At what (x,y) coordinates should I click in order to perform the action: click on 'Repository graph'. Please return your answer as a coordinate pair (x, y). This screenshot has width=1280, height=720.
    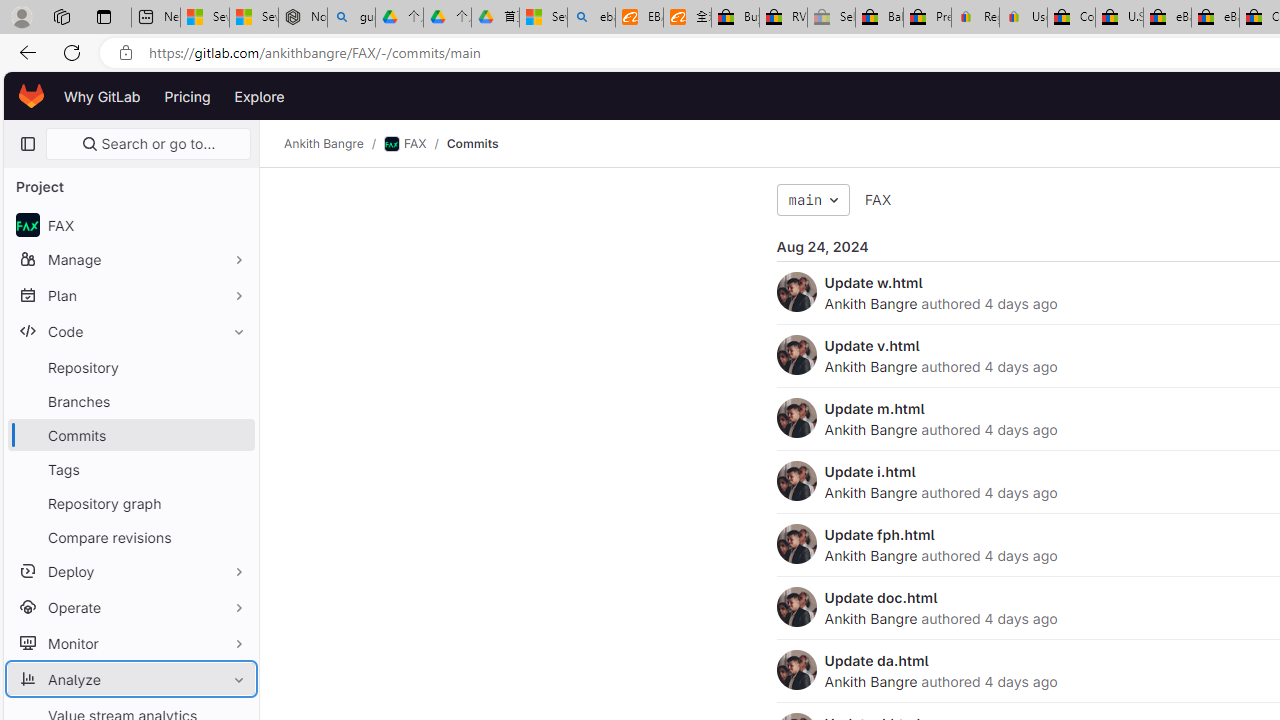
    Looking at the image, I should click on (130, 501).